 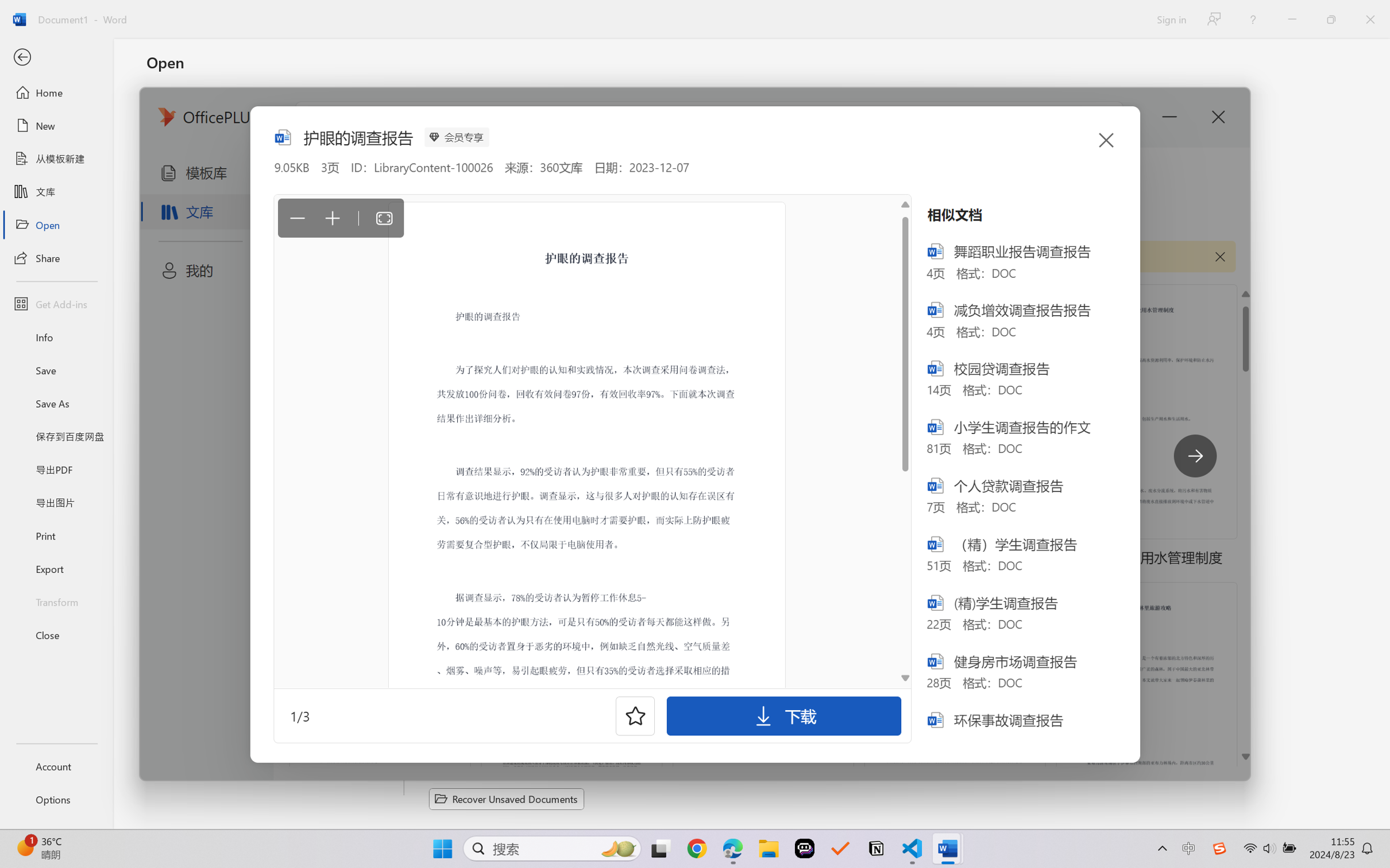 I want to click on 'Info', so click(x=56, y=336).